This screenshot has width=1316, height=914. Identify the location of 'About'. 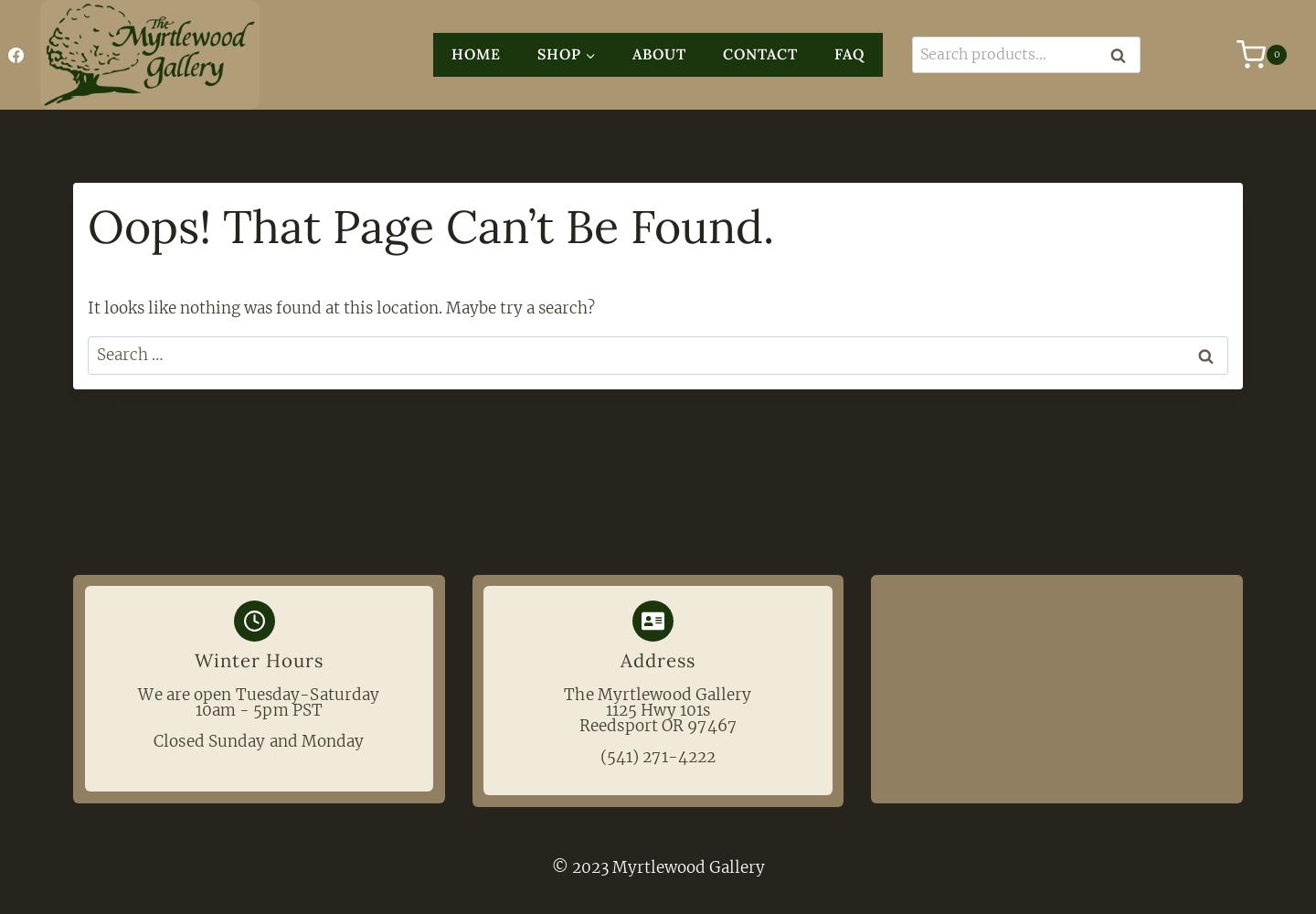
(658, 54).